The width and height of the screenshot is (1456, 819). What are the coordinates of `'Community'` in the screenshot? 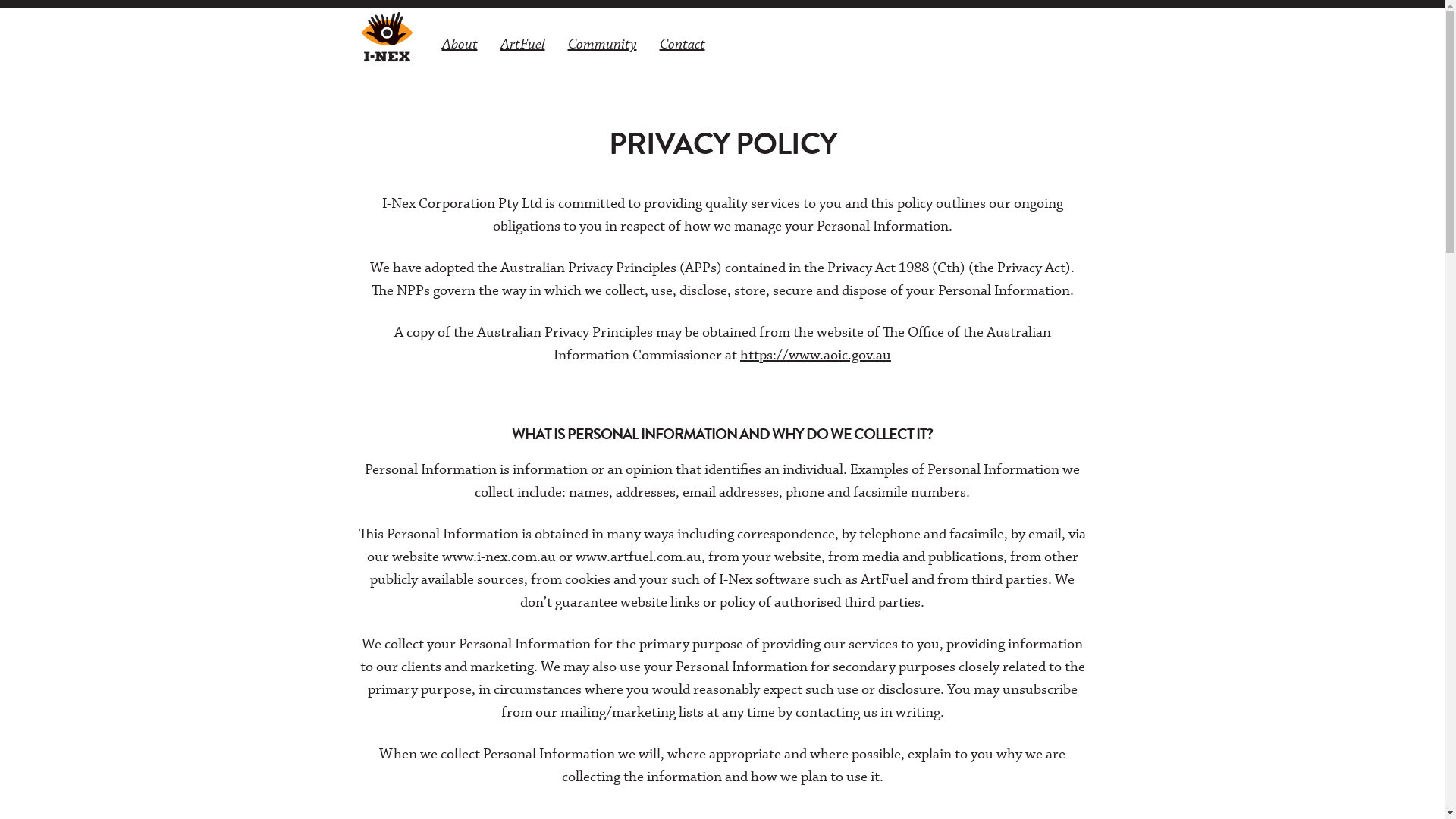 It's located at (601, 42).